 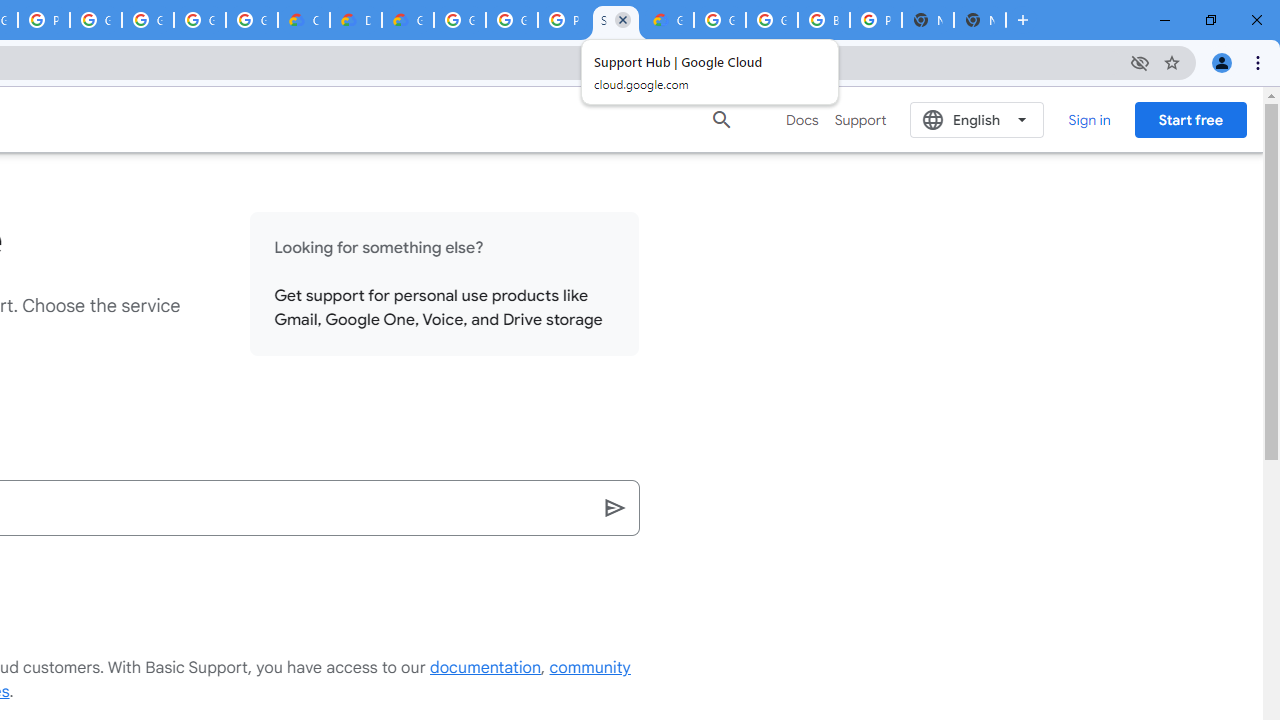 I want to click on 'Support Hub | Google Cloud', so click(x=615, y=20).